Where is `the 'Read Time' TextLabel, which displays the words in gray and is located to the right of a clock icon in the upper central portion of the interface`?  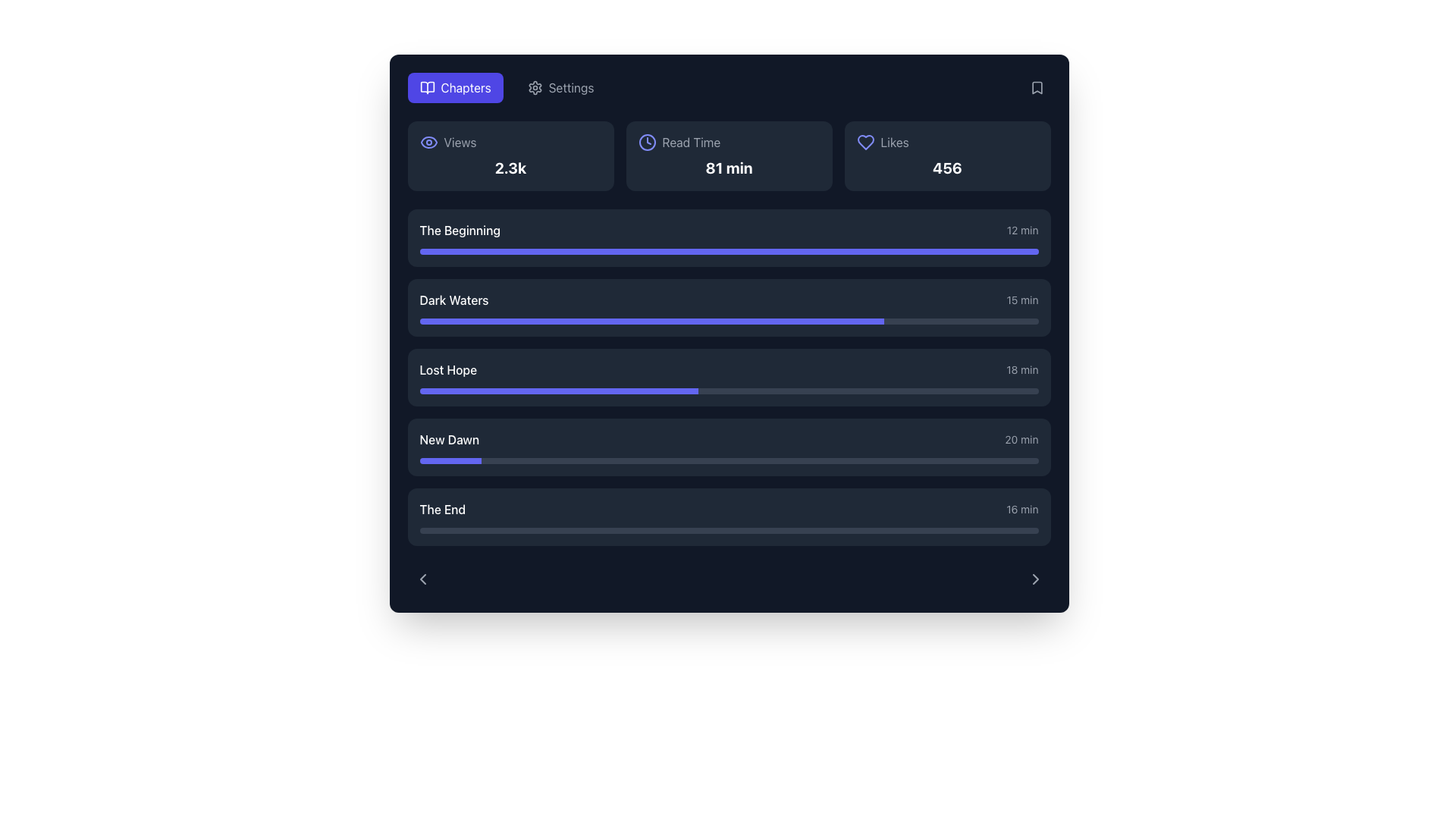 the 'Read Time' TextLabel, which displays the words in gray and is located to the right of a clock icon in the upper central portion of the interface is located at coordinates (690, 143).